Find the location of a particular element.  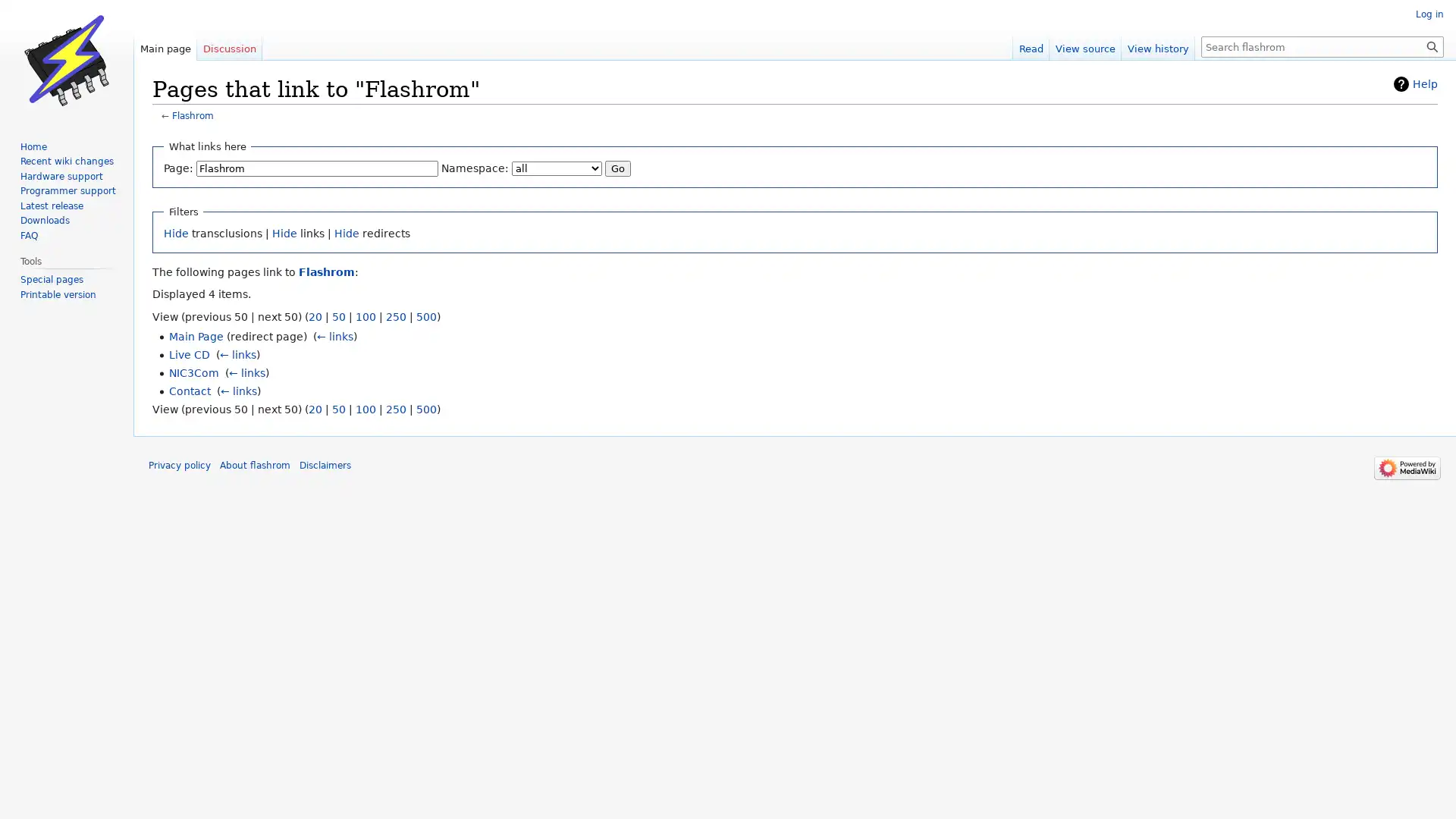

Go is located at coordinates (1432, 45).